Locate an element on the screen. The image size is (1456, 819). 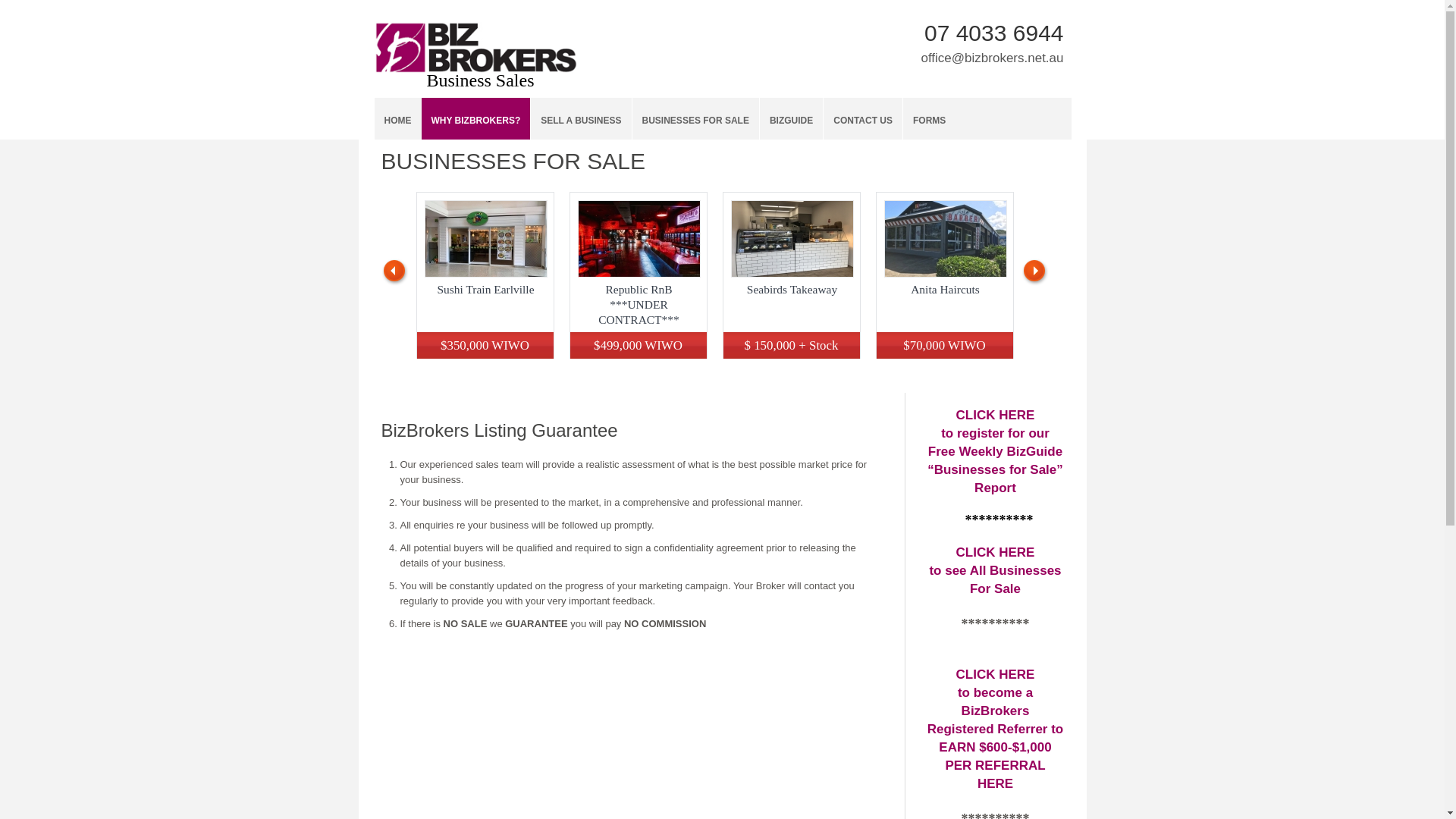
'WHY BIZBROKERS?' is located at coordinates (422, 118).